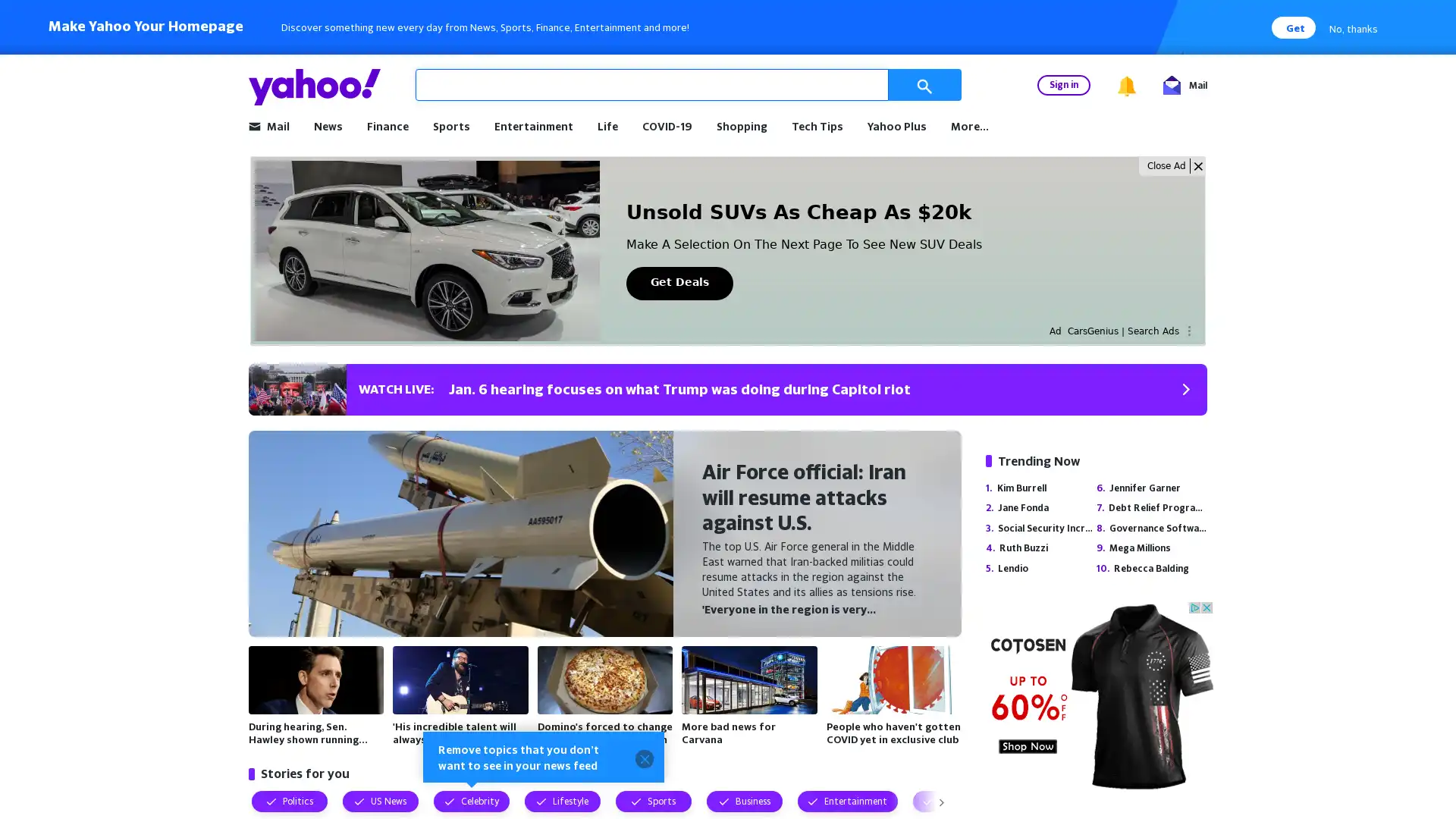 The width and height of the screenshot is (1456, 819). Describe the element at coordinates (1354, 29) in the screenshot. I see `No, thanks` at that location.